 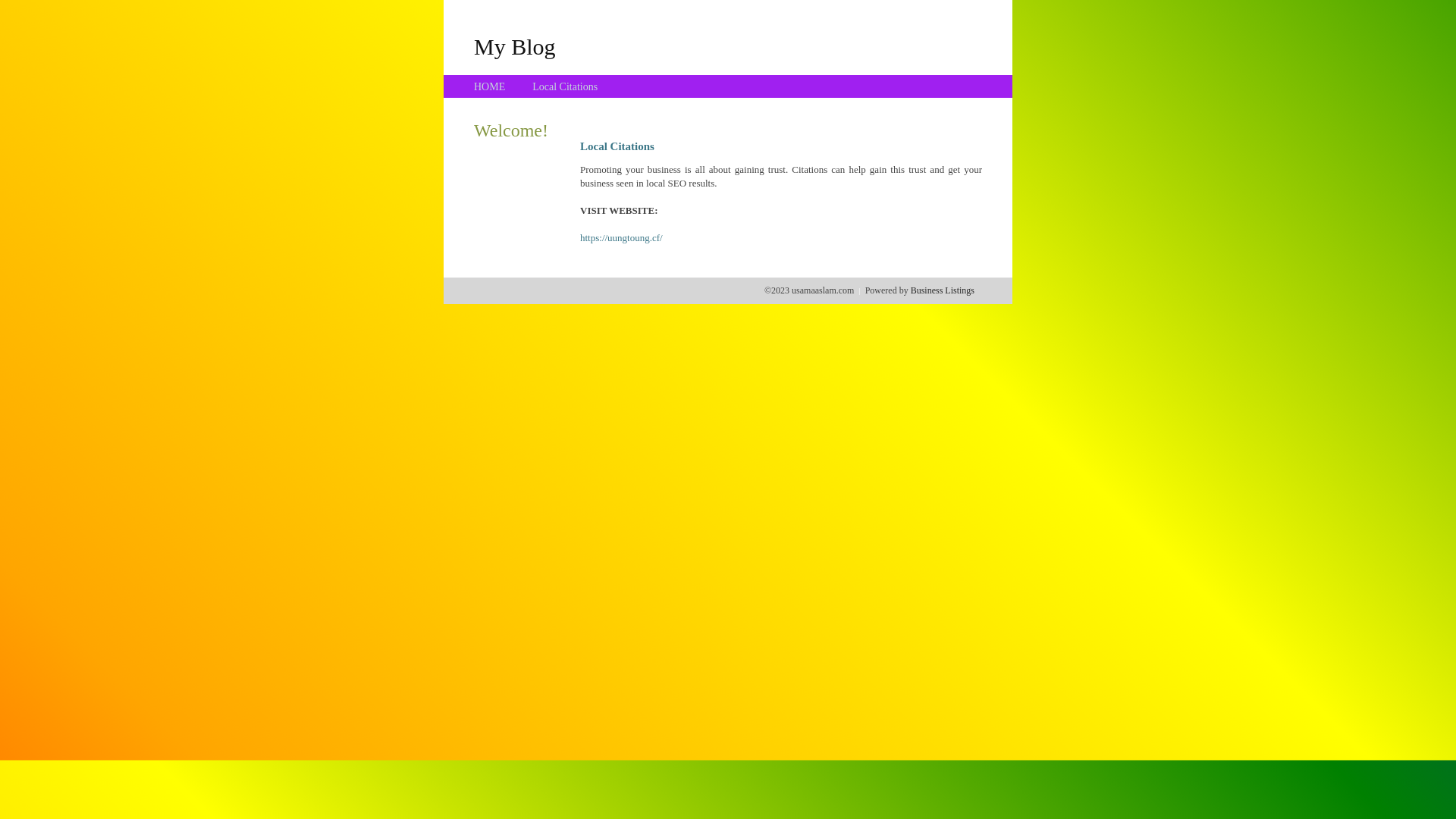 What do you see at coordinates (910, 290) in the screenshot?
I see `'Business Listings'` at bounding box center [910, 290].